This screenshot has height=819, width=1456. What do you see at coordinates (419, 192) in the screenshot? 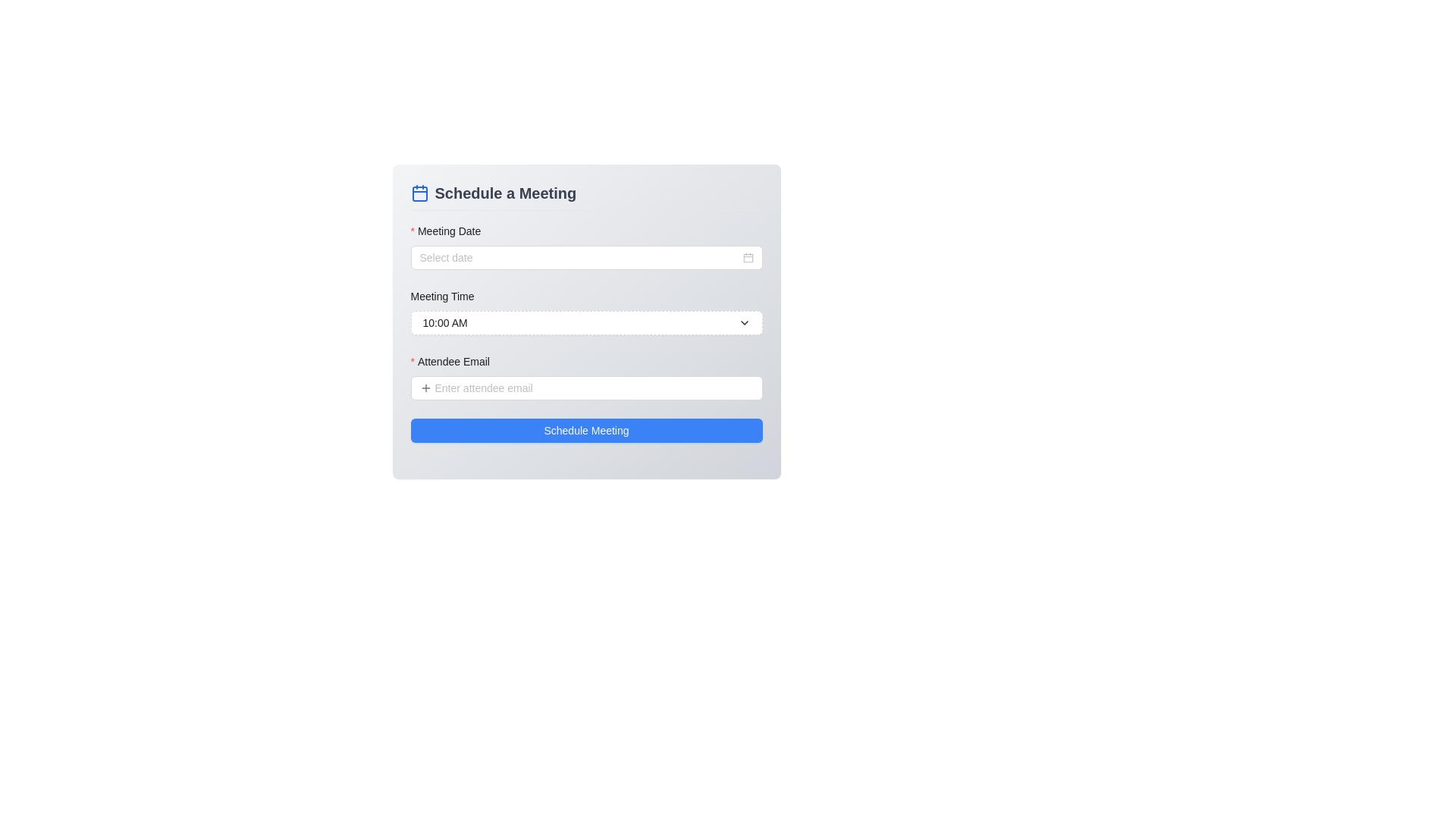
I see `the calendar icon located in the top-left corner of the 'Schedule a Meeting' section, before the title text element` at bounding box center [419, 192].